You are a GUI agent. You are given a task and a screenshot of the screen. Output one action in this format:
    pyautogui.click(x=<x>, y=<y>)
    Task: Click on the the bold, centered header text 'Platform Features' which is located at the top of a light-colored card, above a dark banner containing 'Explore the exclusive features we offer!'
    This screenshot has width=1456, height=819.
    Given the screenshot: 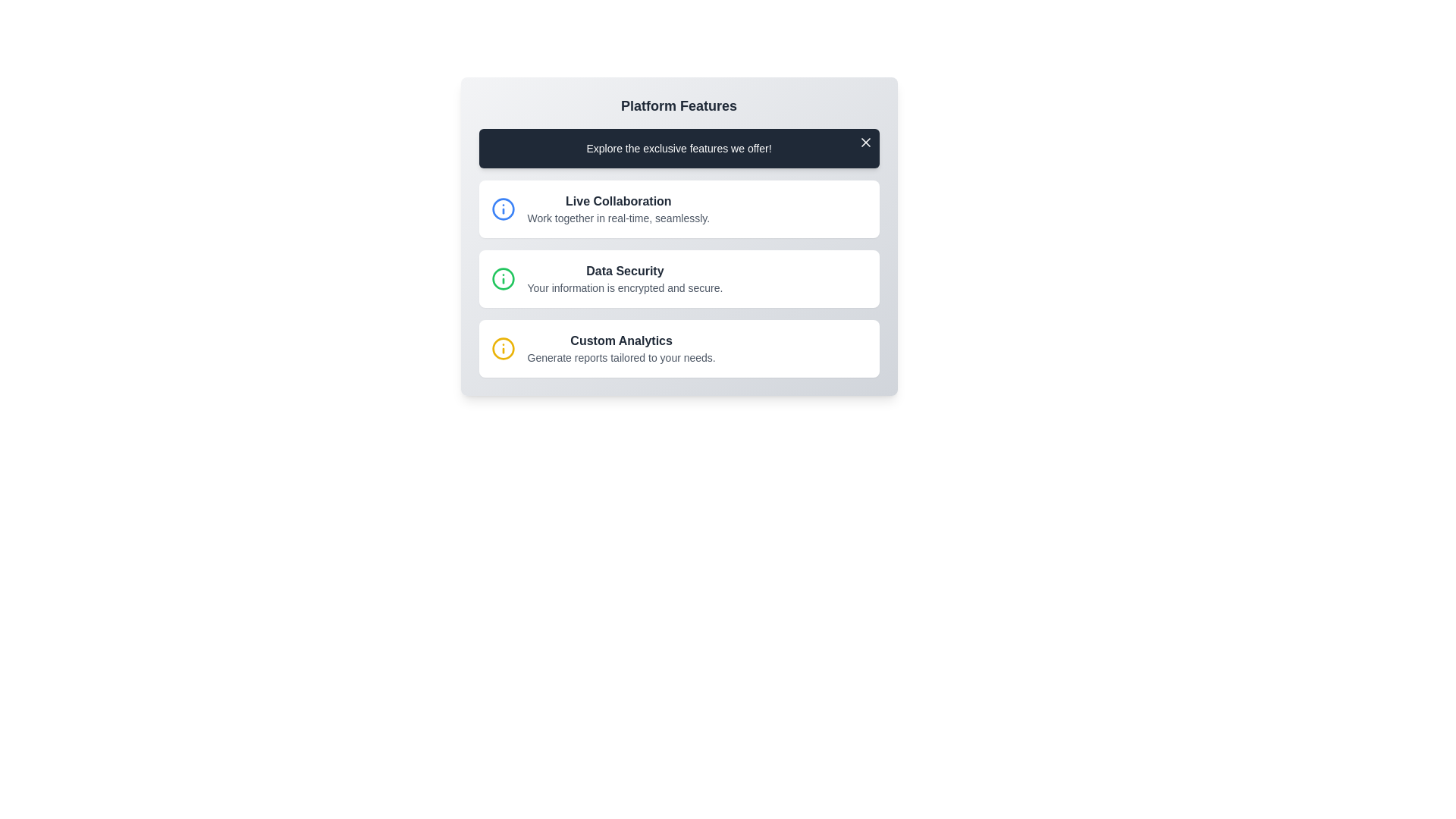 What is the action you would take?
    pyautogui.click(x=678, y=105)
    